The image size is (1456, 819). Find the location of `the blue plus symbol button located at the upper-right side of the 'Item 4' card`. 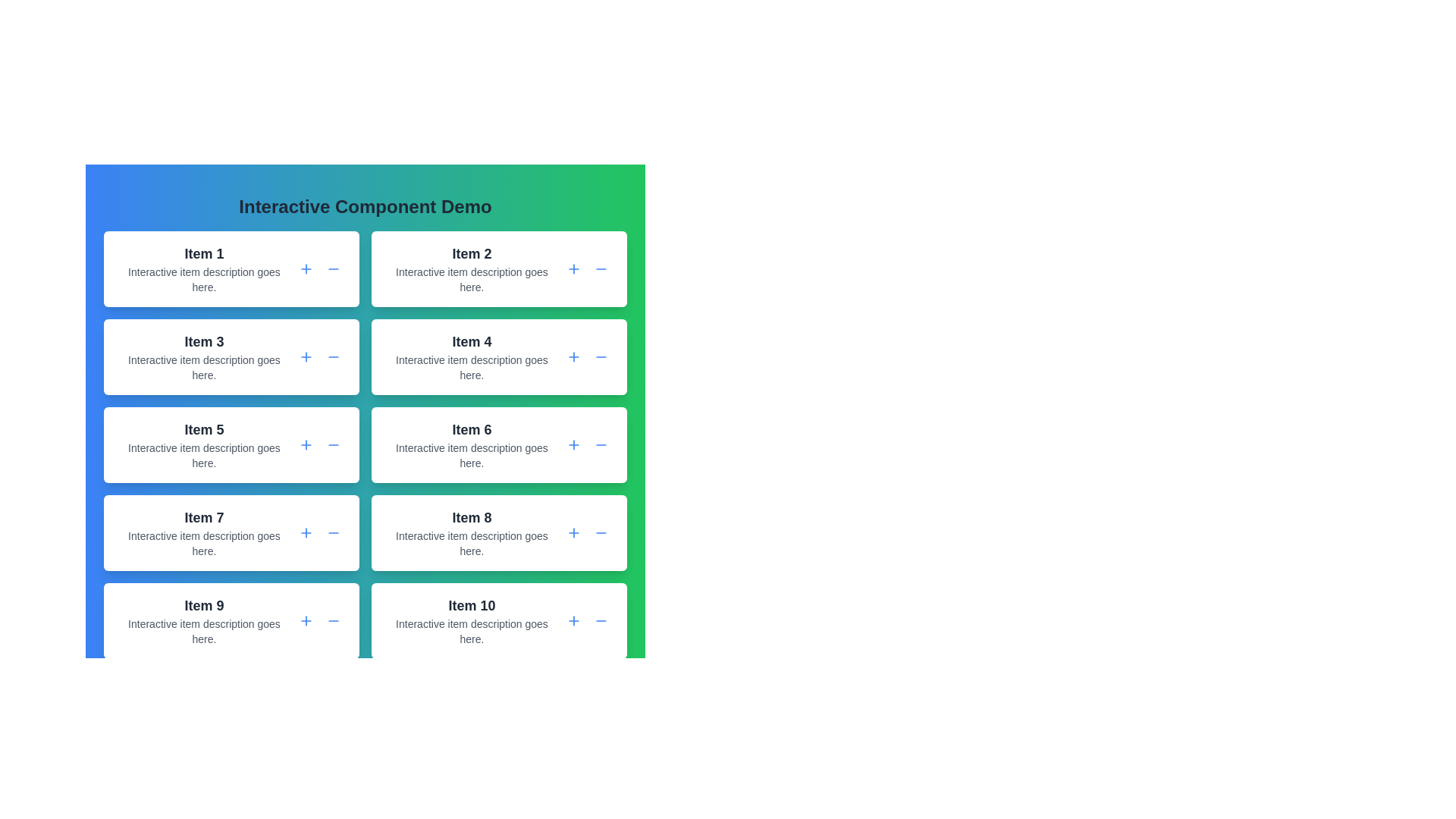

the blue plus symbol button located at the upper-right side of the 'Item 4' card is located at coordinates (573, 356).